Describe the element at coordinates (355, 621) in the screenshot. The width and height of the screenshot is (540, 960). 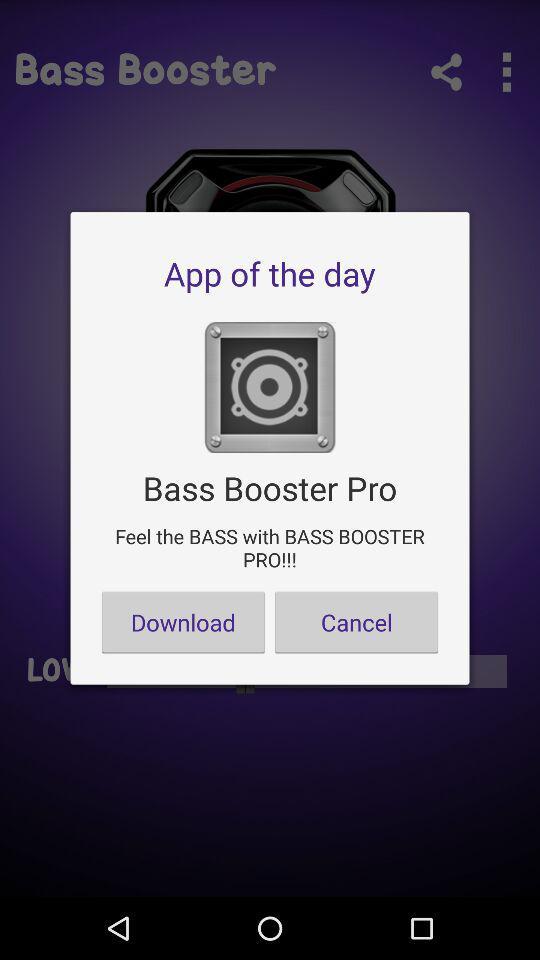
I see `the cancel` at that location.